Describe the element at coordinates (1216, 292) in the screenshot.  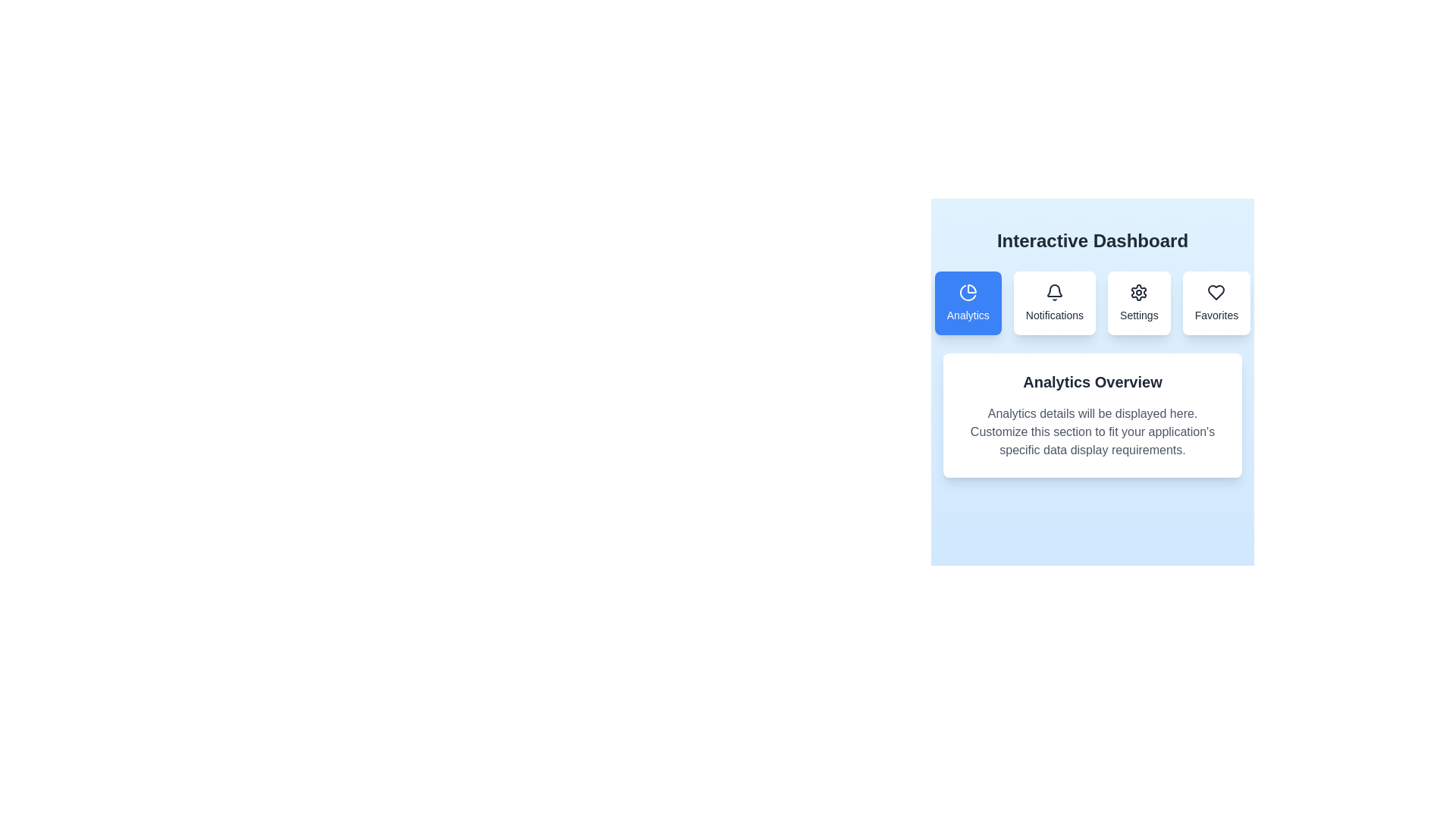
I see `the heart-shaped icon in the 'Favorites' section of the Interactive Dashboard` at that location.